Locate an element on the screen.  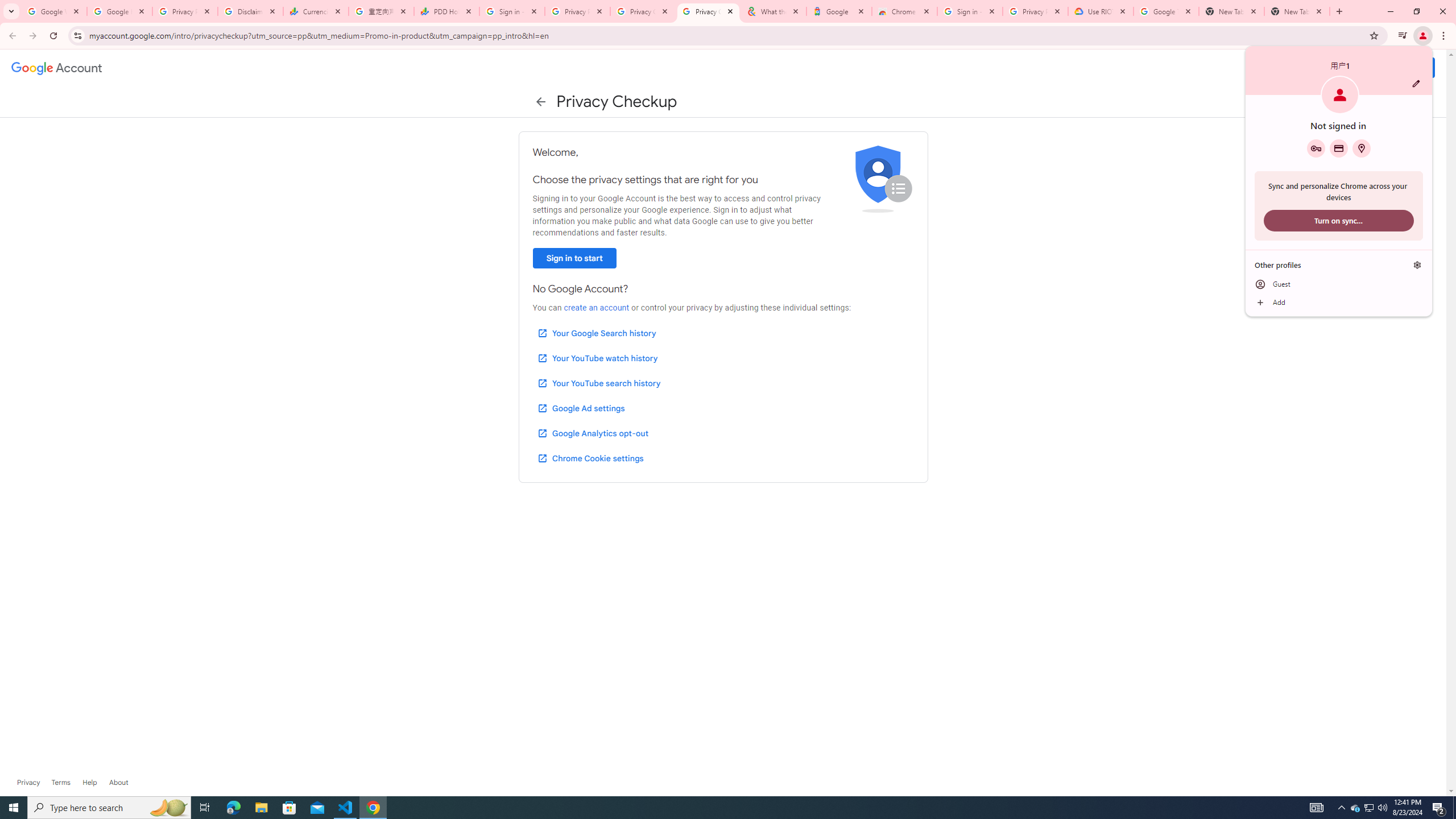
'Privacy Checkup' is located at coordinates (708, 11).